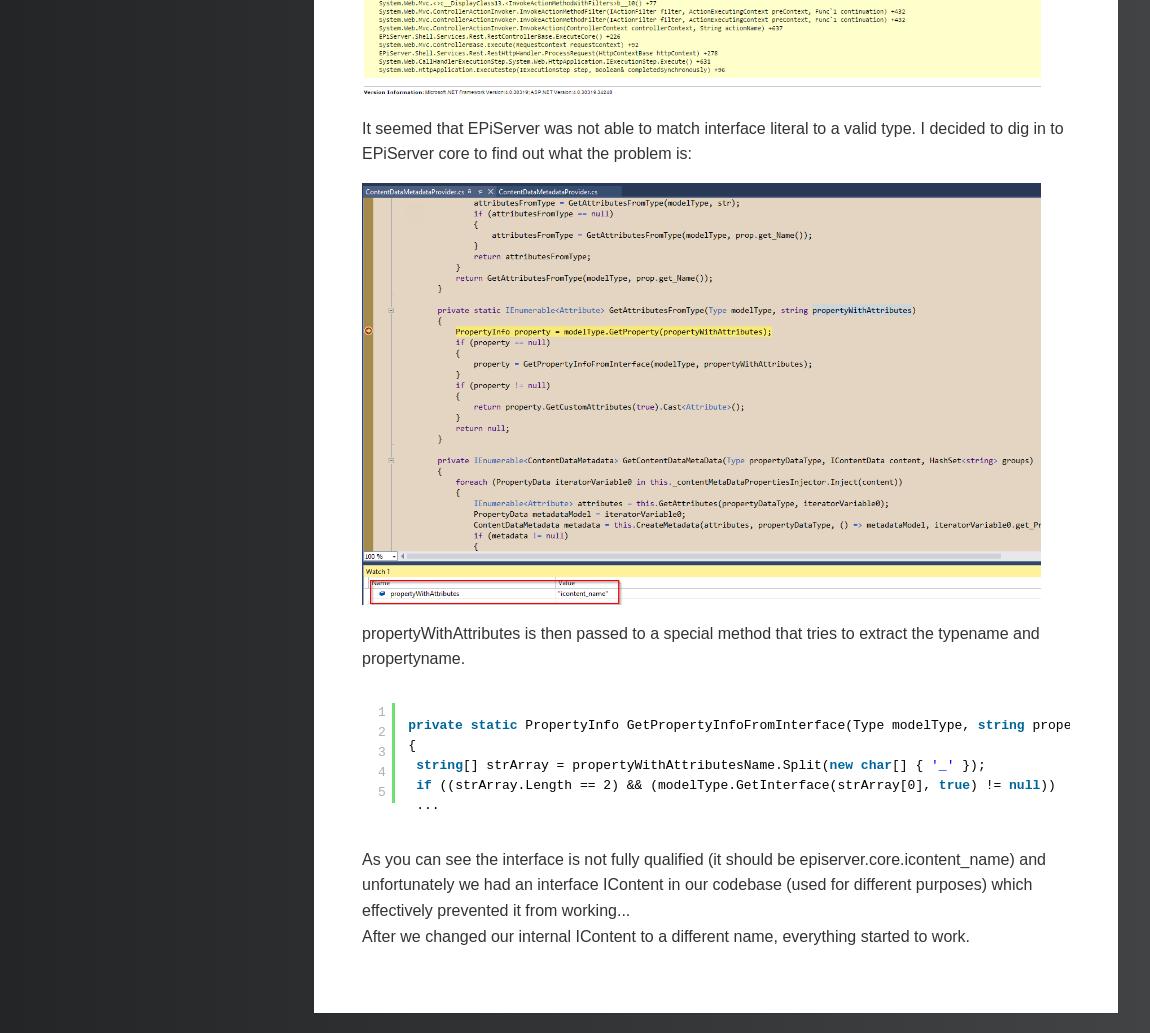  What do you see at coordinates (381, 791) in the screenshot?
I see `'5'` at bounding box center [381, 791].